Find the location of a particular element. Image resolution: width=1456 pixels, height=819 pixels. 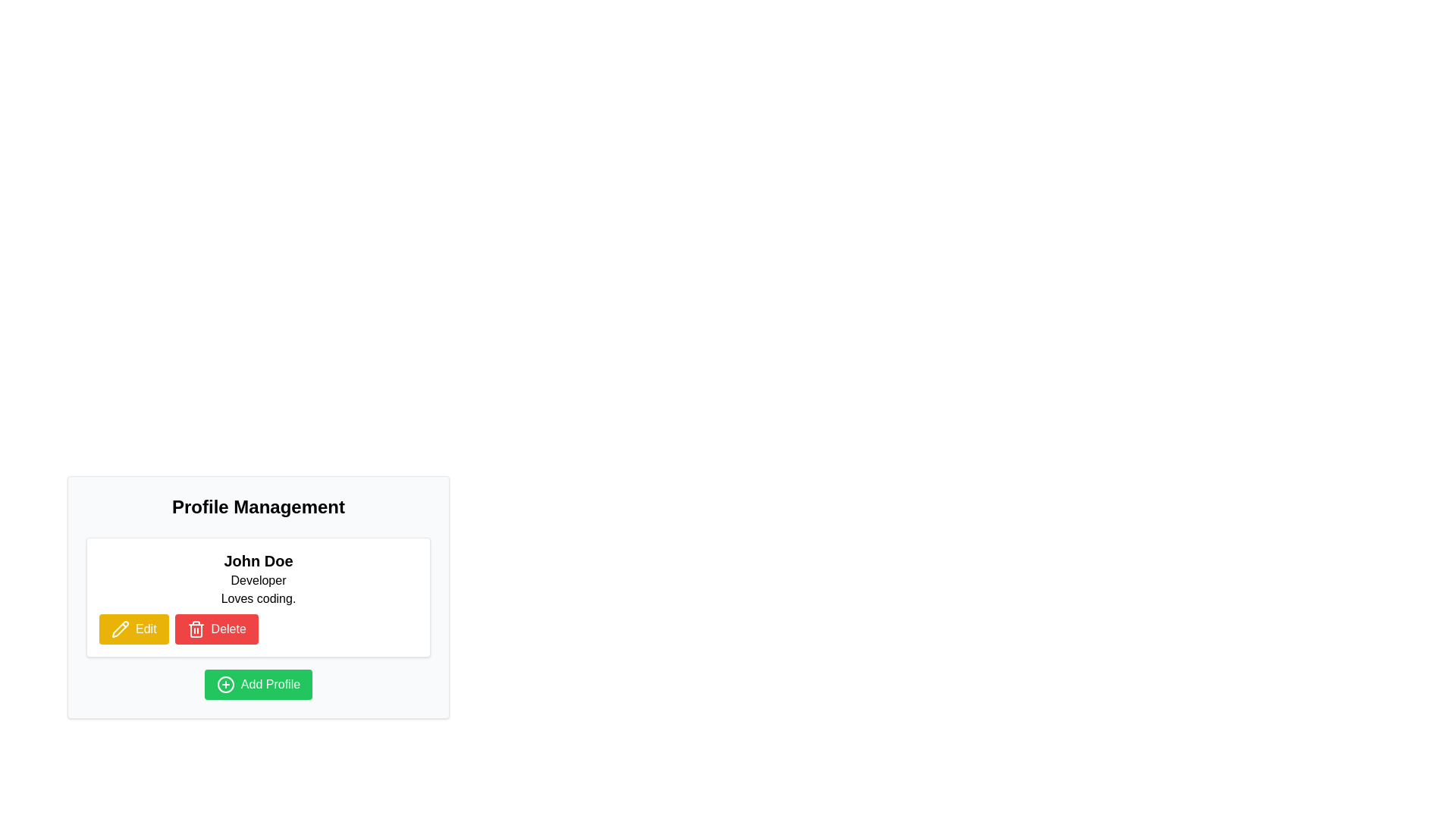

the 'Add Profile' icon located on the leftmost side of the green button labeled 'Add Profile' is located at coordinates (224, 684).